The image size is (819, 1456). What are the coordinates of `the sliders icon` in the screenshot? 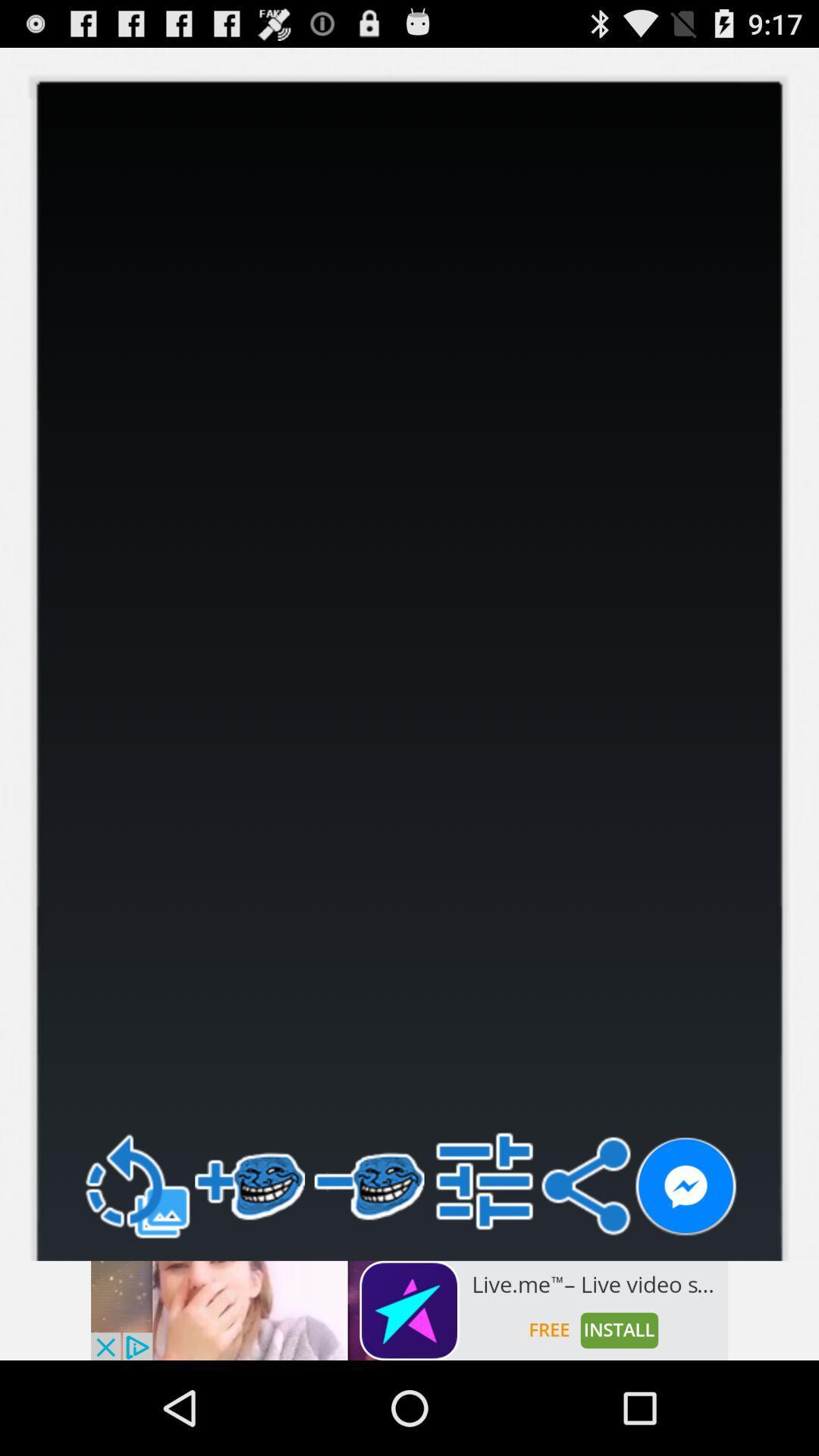 It's located at (485, 1264).